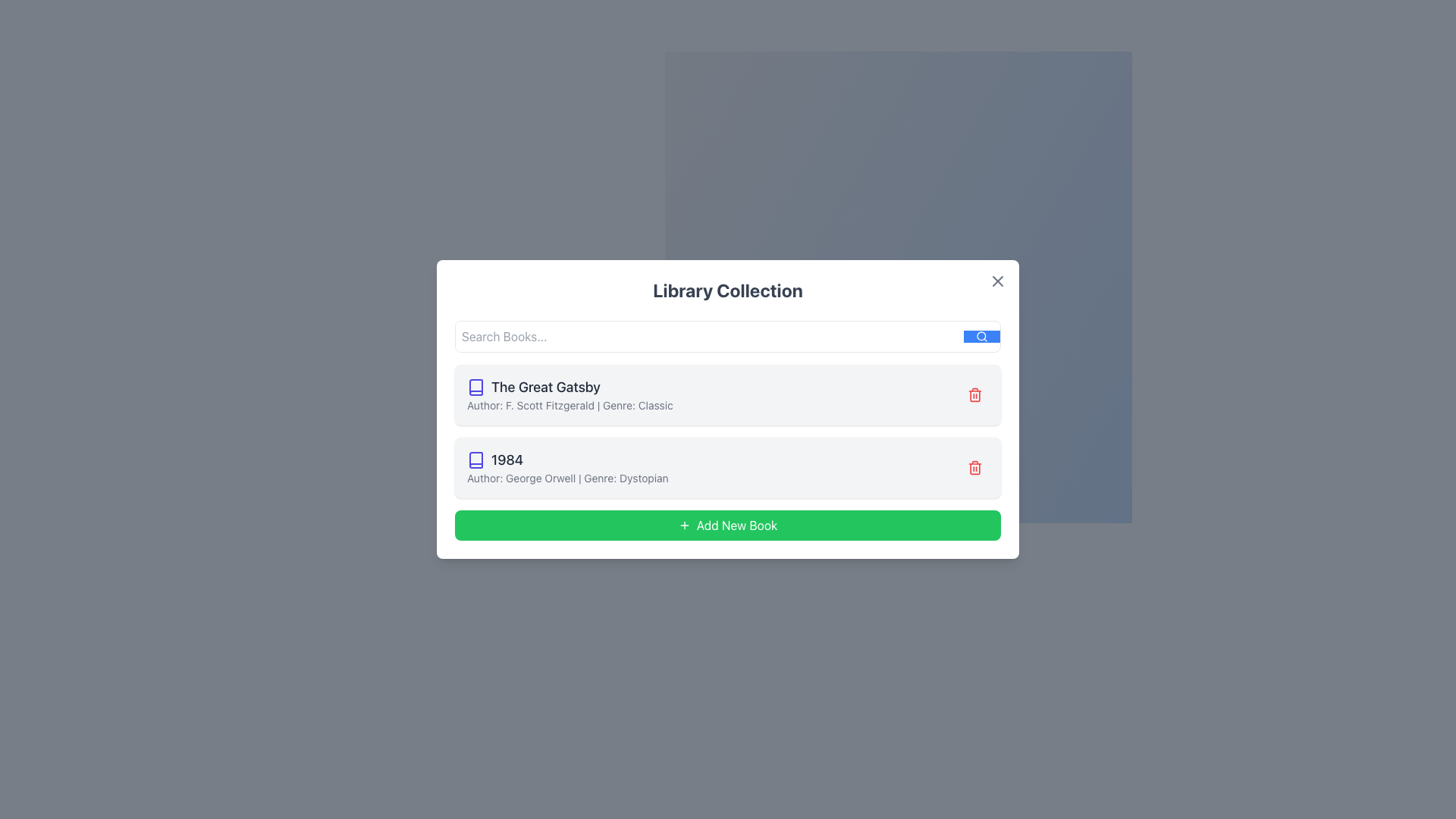 Image resolution: width=1456 pixels, height=819 pixels. I want to click on the close button represented by an 'X' in gray color located in the top-right corner of the 'Library Collection' modal to activate hover effects, so click(997, 281).